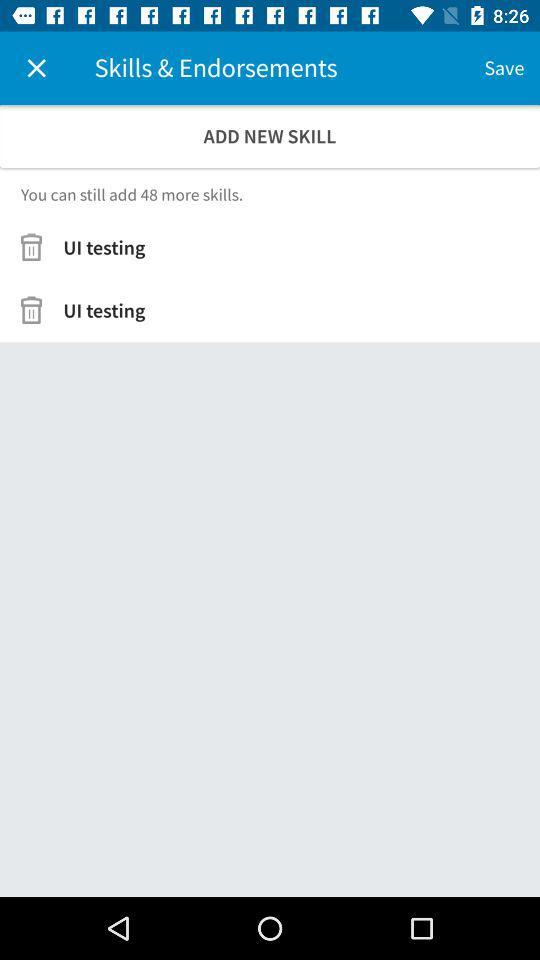 The height and width of the screenshot is (960, 540). What do you see at coordinates (36, 68) in the screenshot?
I see `icon next to the skills & endorsements item` at bounding box center [36, 68].